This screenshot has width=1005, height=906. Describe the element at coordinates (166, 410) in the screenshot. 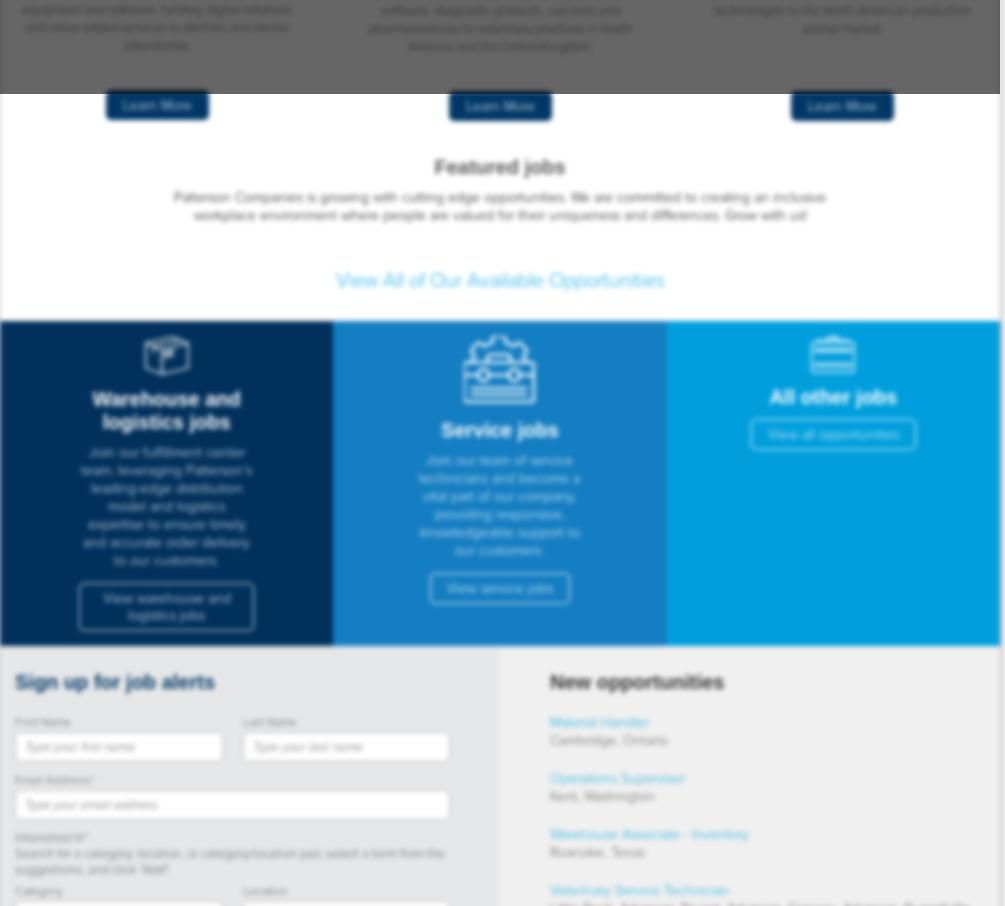

I see `'Warehouse and logistics jobs'` at that location.